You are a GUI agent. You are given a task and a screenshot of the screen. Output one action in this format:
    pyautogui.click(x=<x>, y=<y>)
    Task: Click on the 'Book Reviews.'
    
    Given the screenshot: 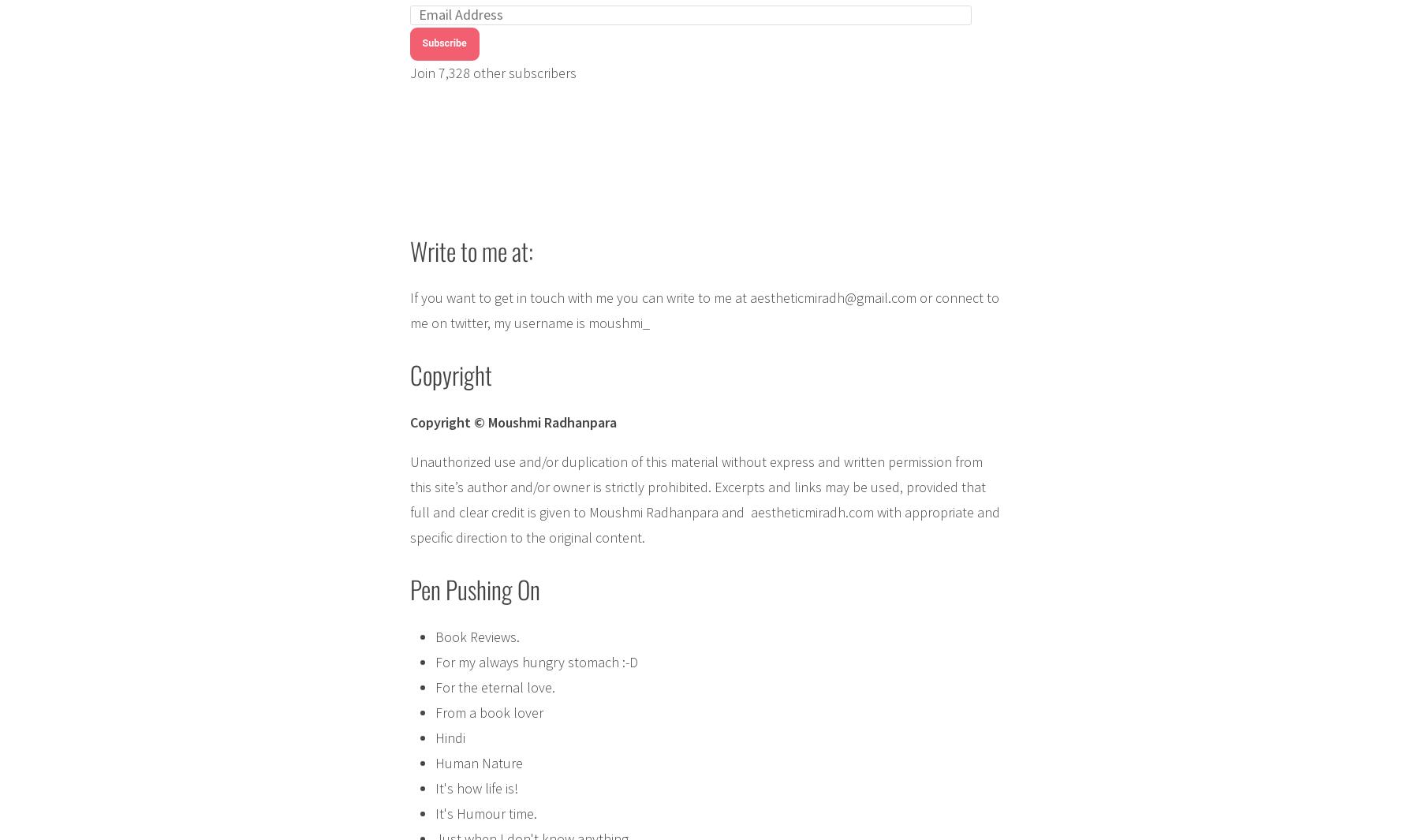 What is the action you would take?
    pyautogui.click(x=476, y=636)
    